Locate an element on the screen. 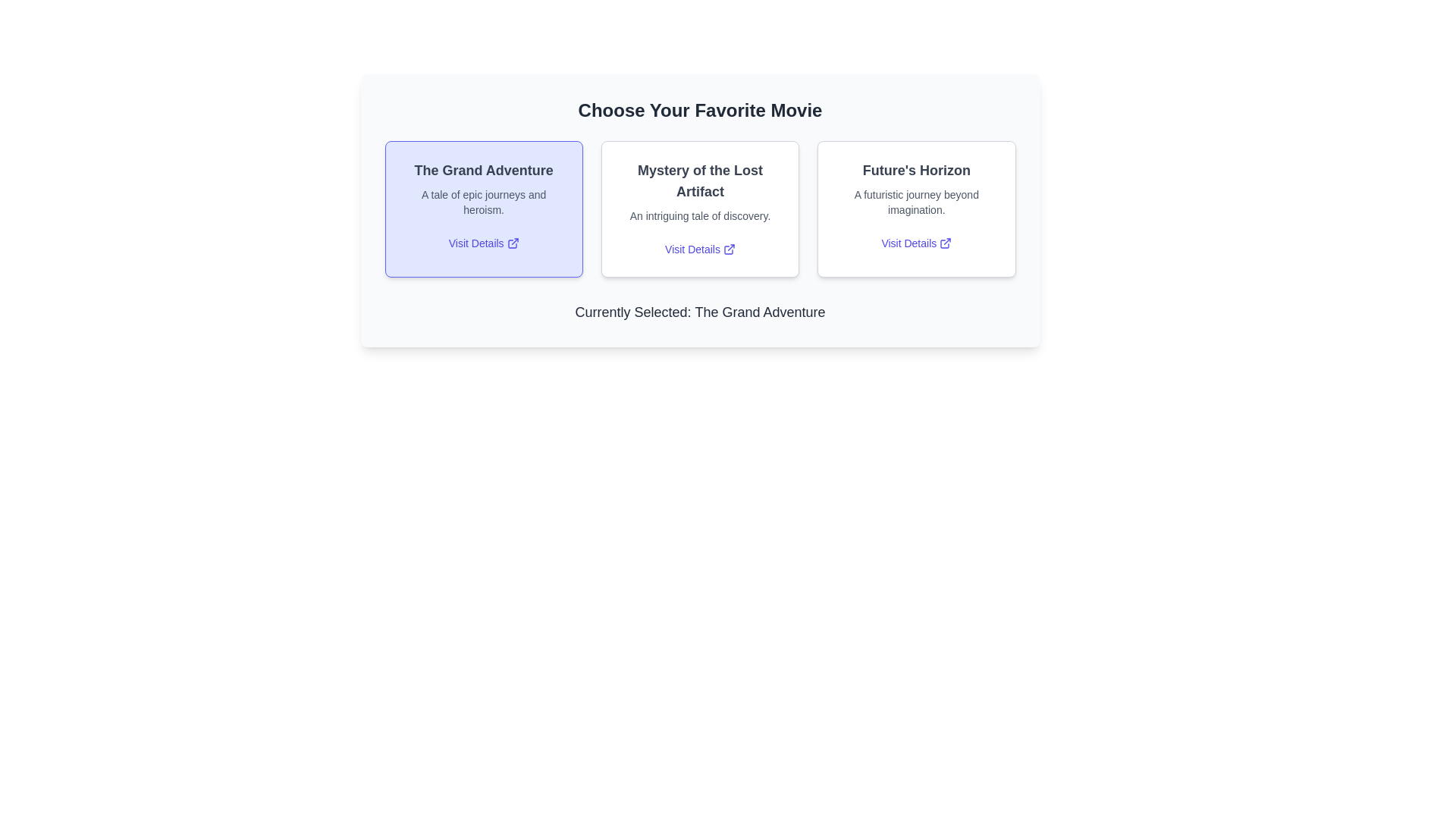  the text 'Future's Horizon' is located at coordinates (915, 170).